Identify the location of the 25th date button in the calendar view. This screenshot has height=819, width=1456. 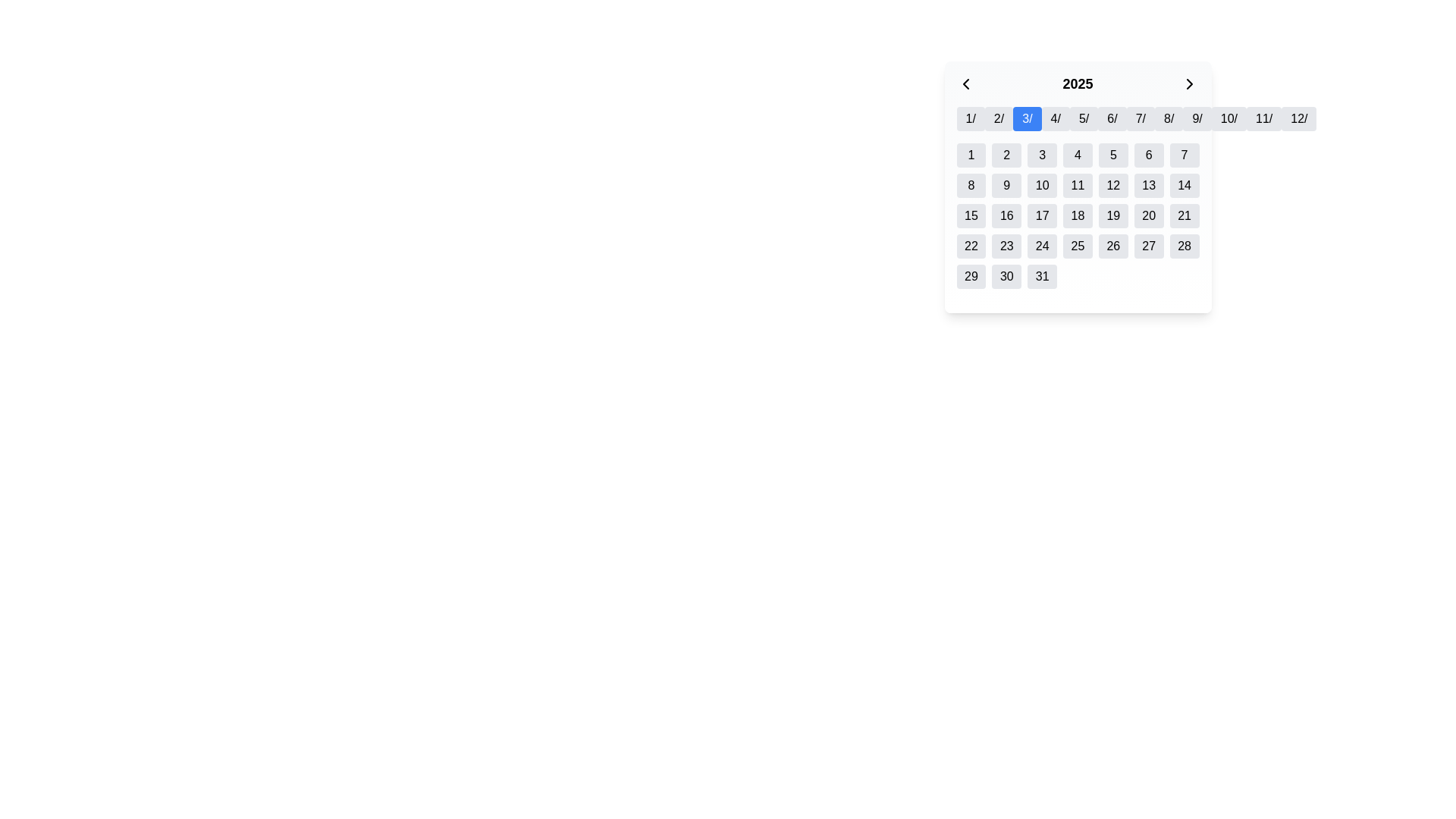
(1077, 245).